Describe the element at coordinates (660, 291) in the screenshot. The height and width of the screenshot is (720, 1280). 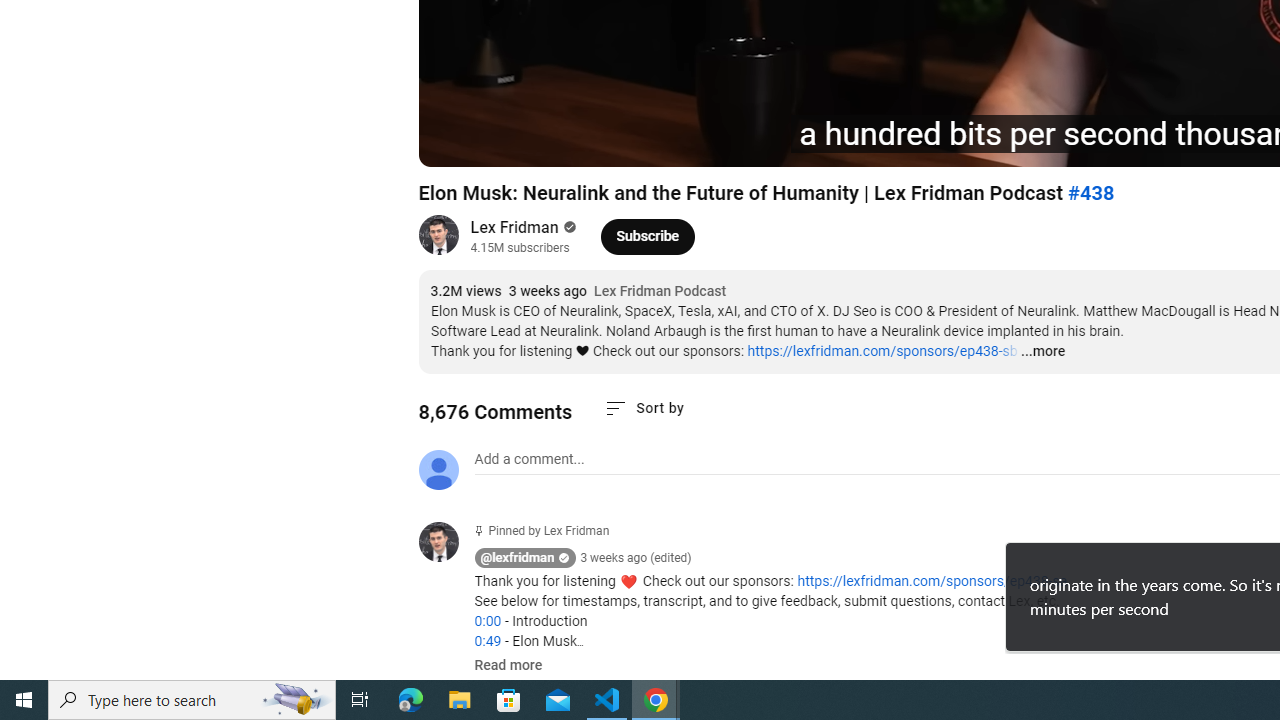
I see `'Lex Fridman Podcast'` at that location.